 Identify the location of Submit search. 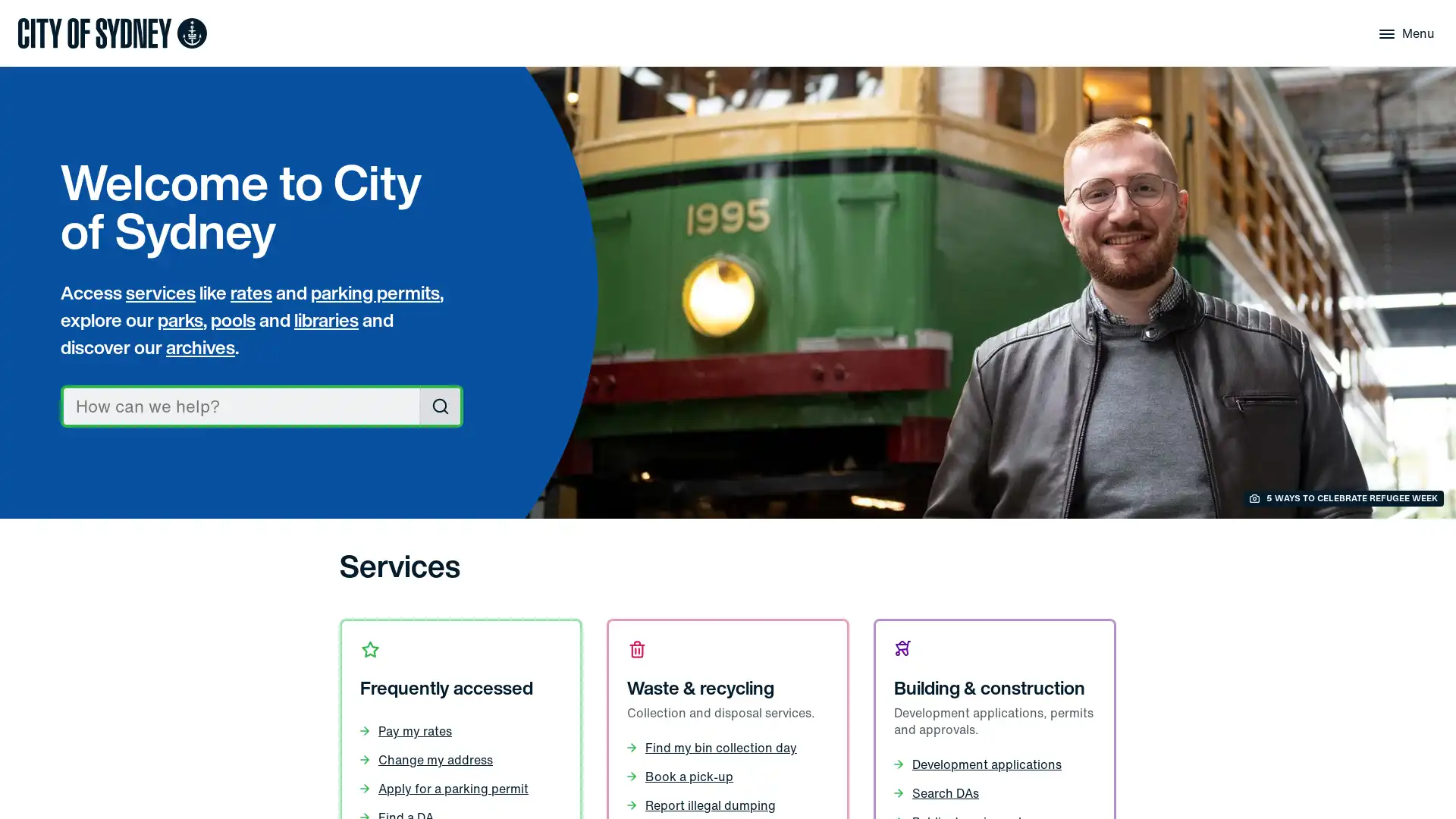
(439, 406).